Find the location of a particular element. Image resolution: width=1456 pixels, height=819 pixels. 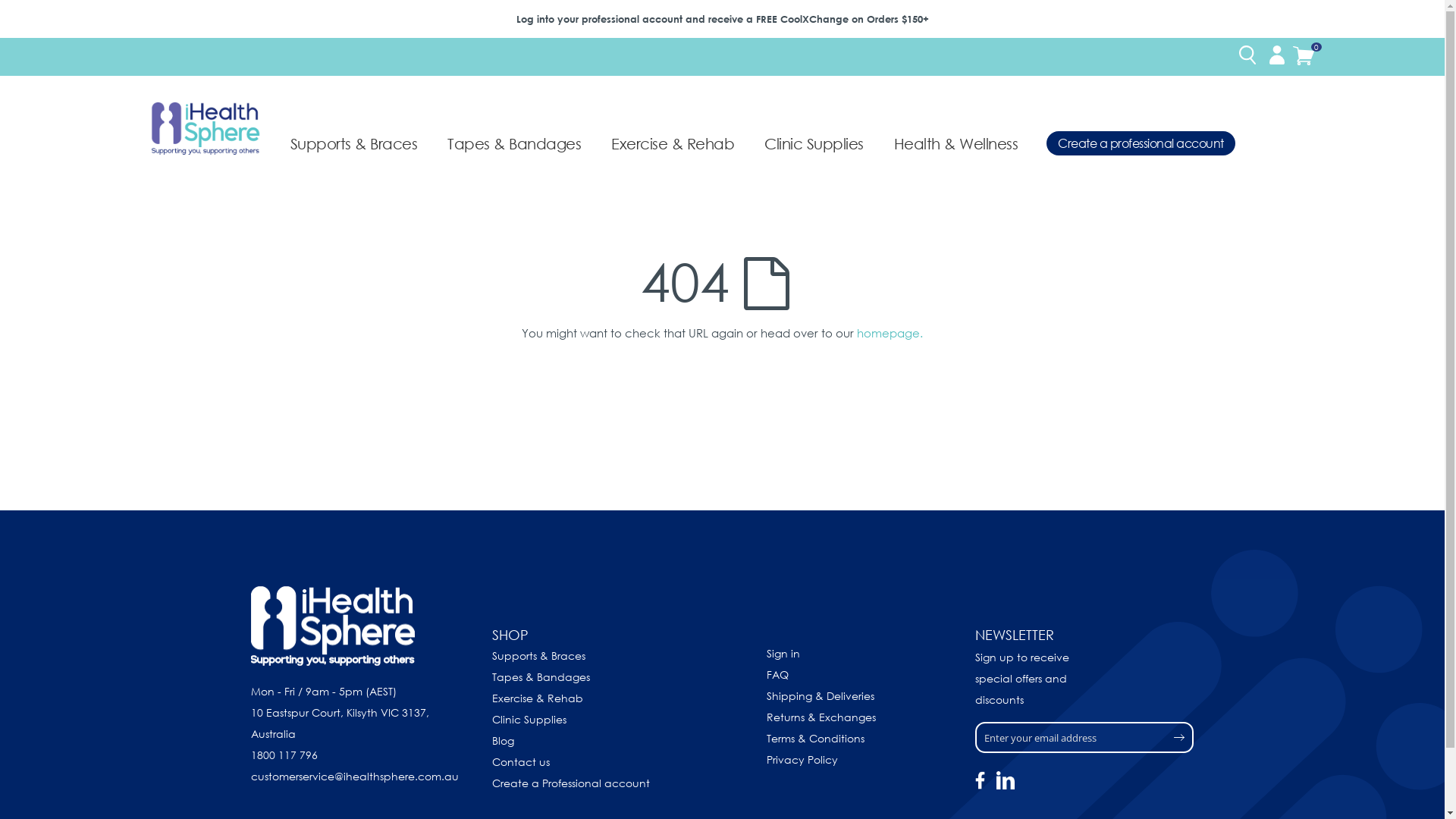

'1800 117 796' is located at coordinates (284, 755).